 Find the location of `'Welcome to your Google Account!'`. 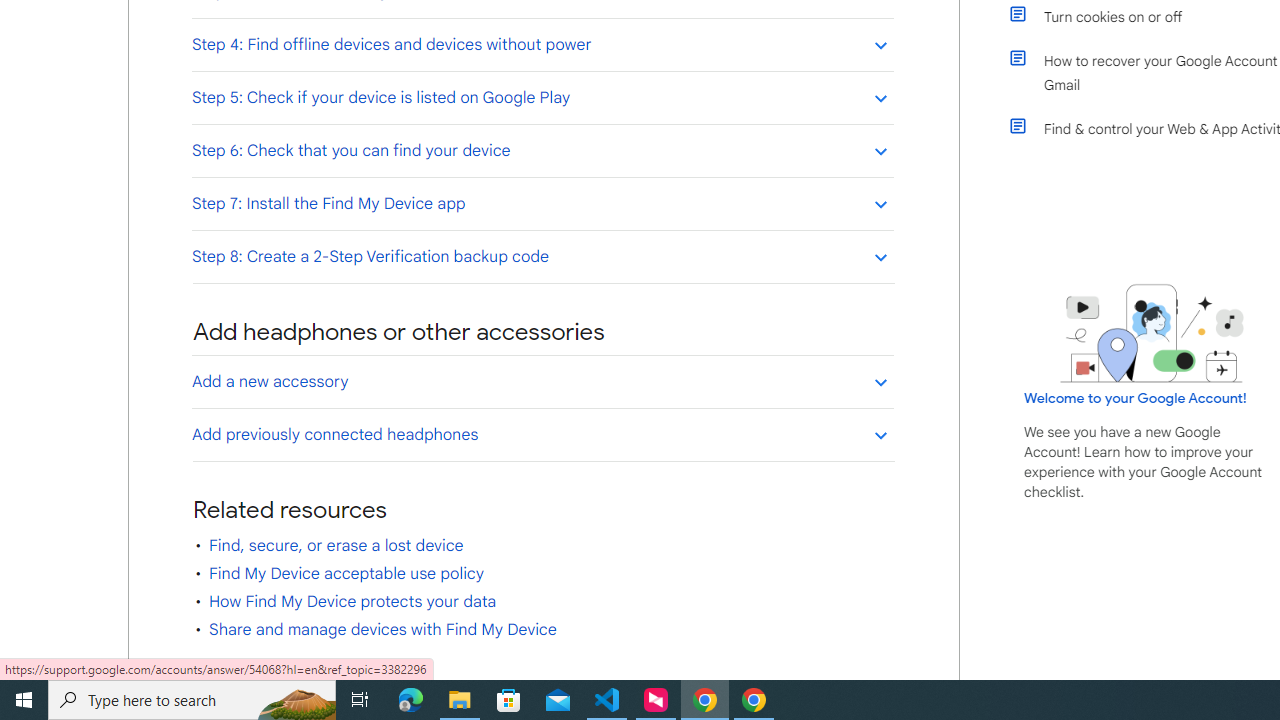

'Welcome to your Google Account!' is located at coordinates (1135, 397).